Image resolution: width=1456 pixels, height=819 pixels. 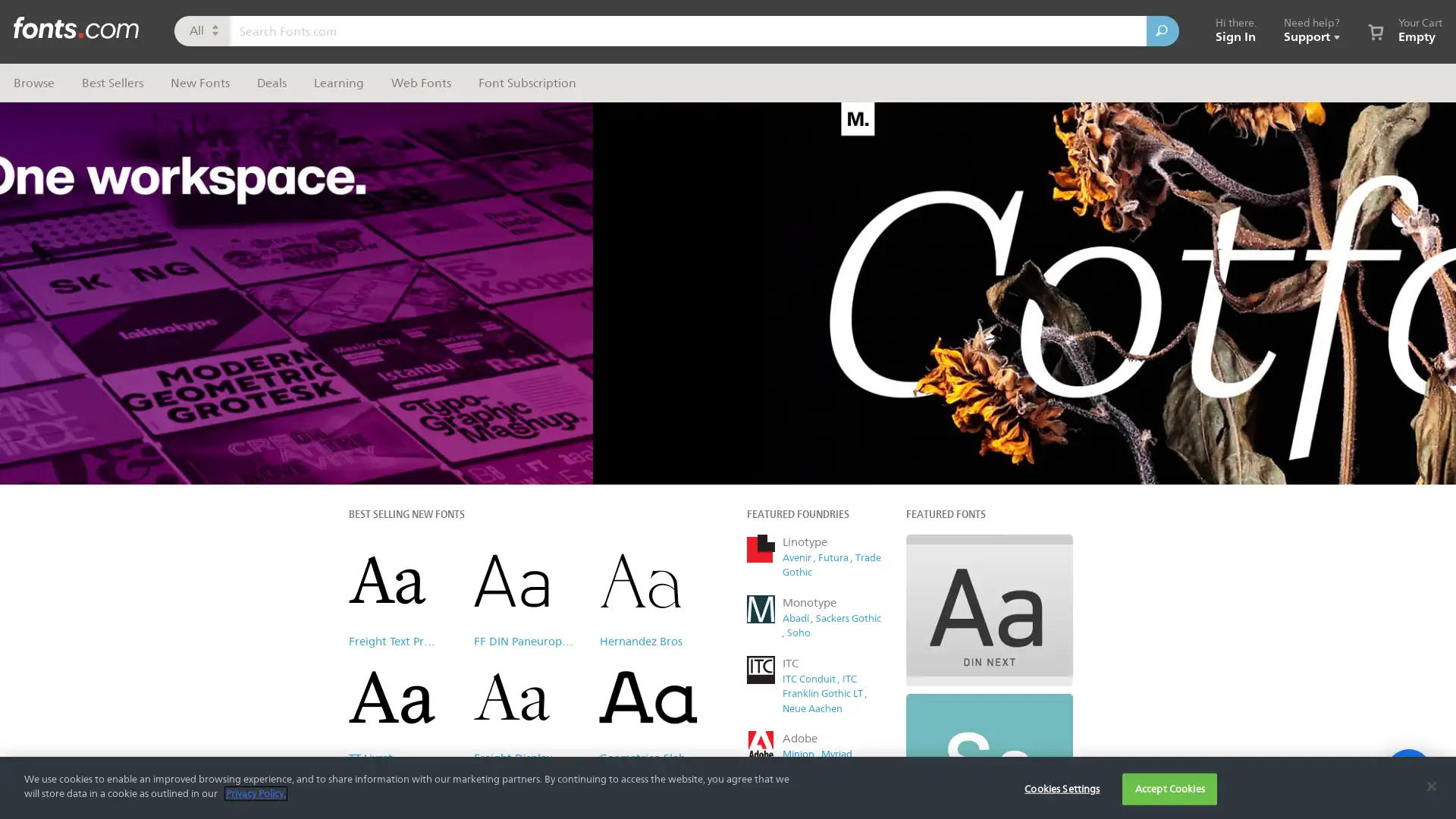 What do you see at coordinates (1169, 788) in the screenshot?
I see `Accept Cookies` at bounding box center [1169, 788].